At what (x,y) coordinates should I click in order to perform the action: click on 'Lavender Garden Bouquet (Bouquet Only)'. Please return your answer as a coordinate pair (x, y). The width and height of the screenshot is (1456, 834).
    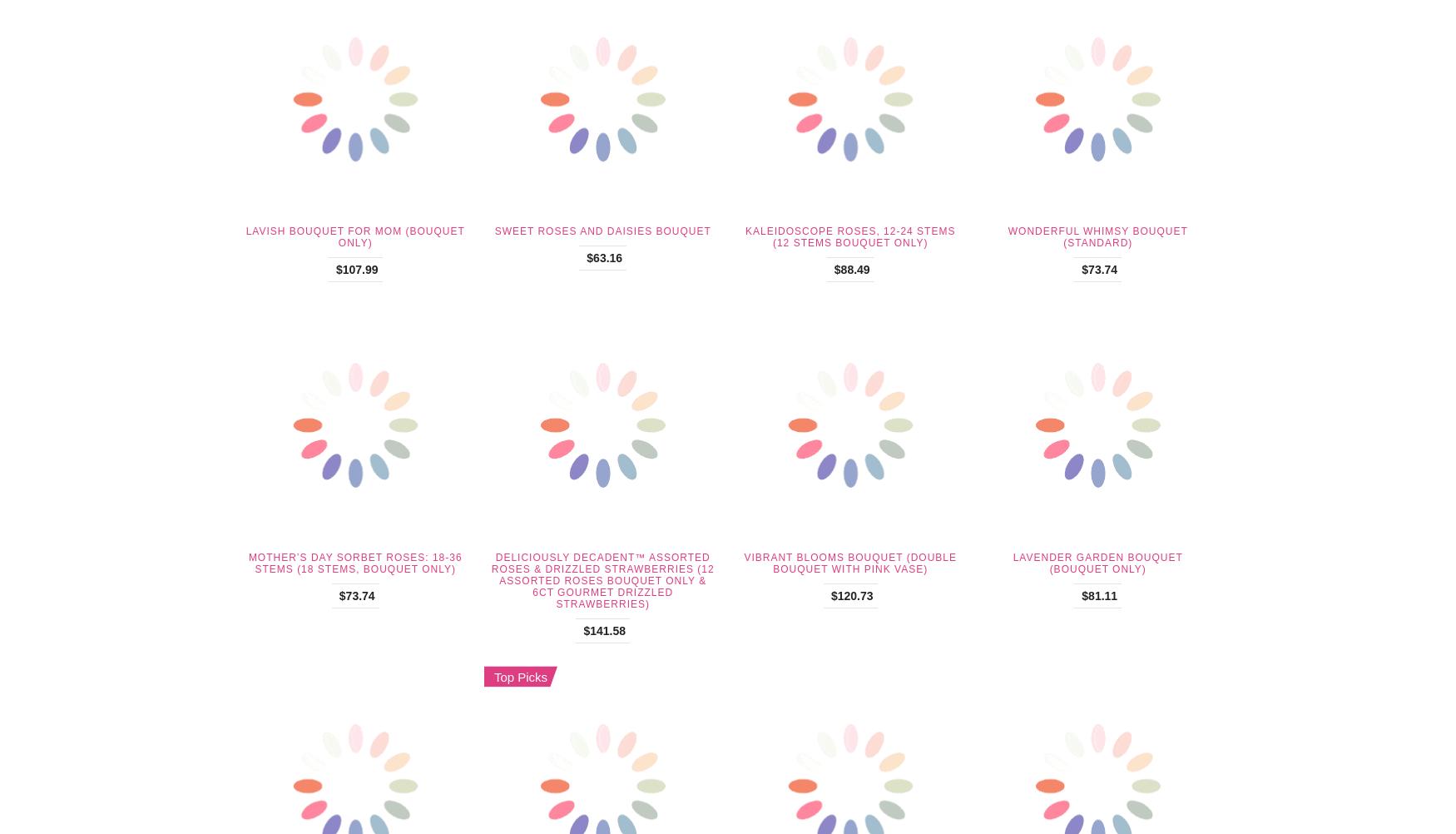
    Looking at the image, I should click on (1012, 563).